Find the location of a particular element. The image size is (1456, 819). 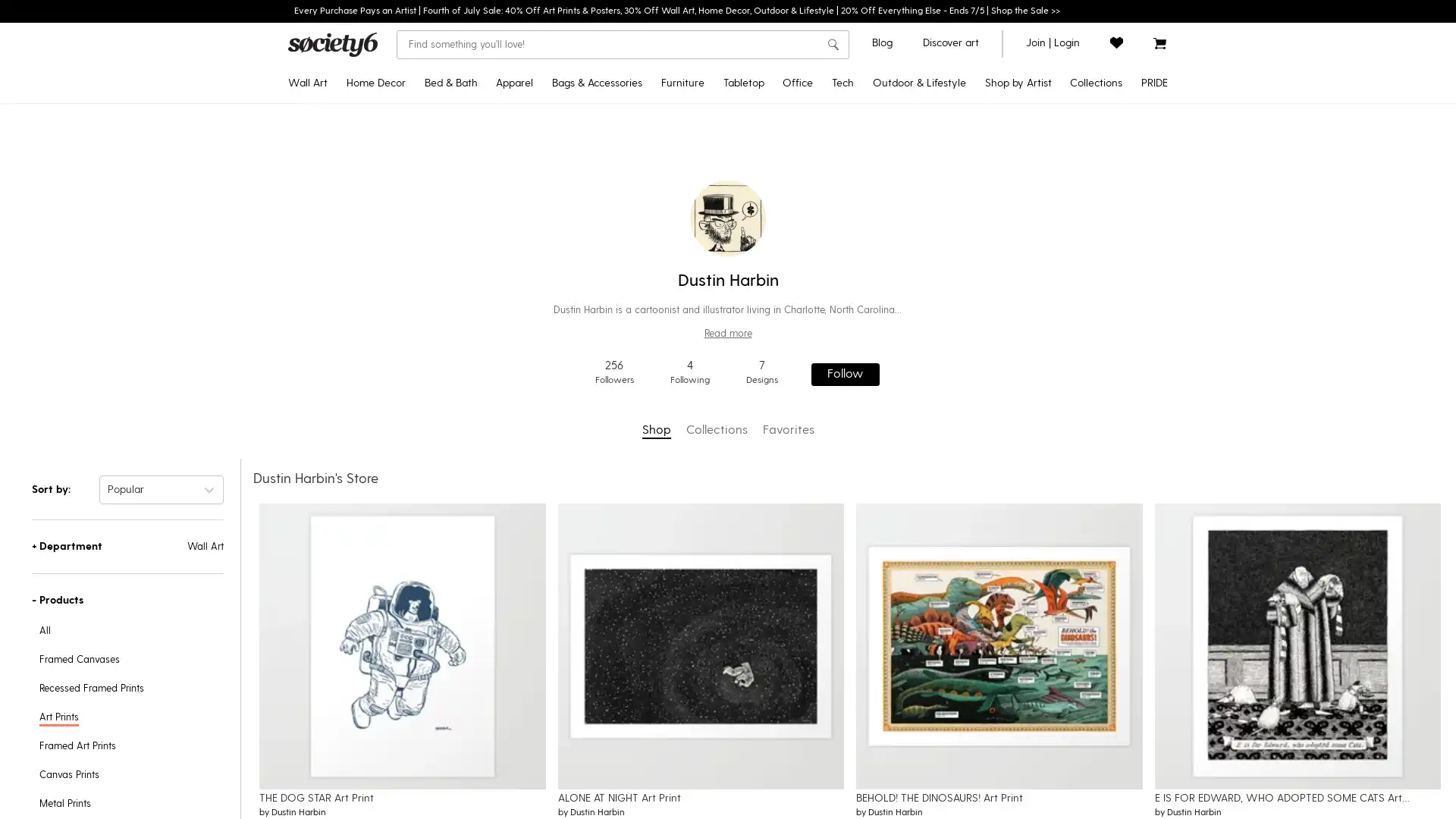

Discover AAPI Artists is located at coordinates (977, 219).